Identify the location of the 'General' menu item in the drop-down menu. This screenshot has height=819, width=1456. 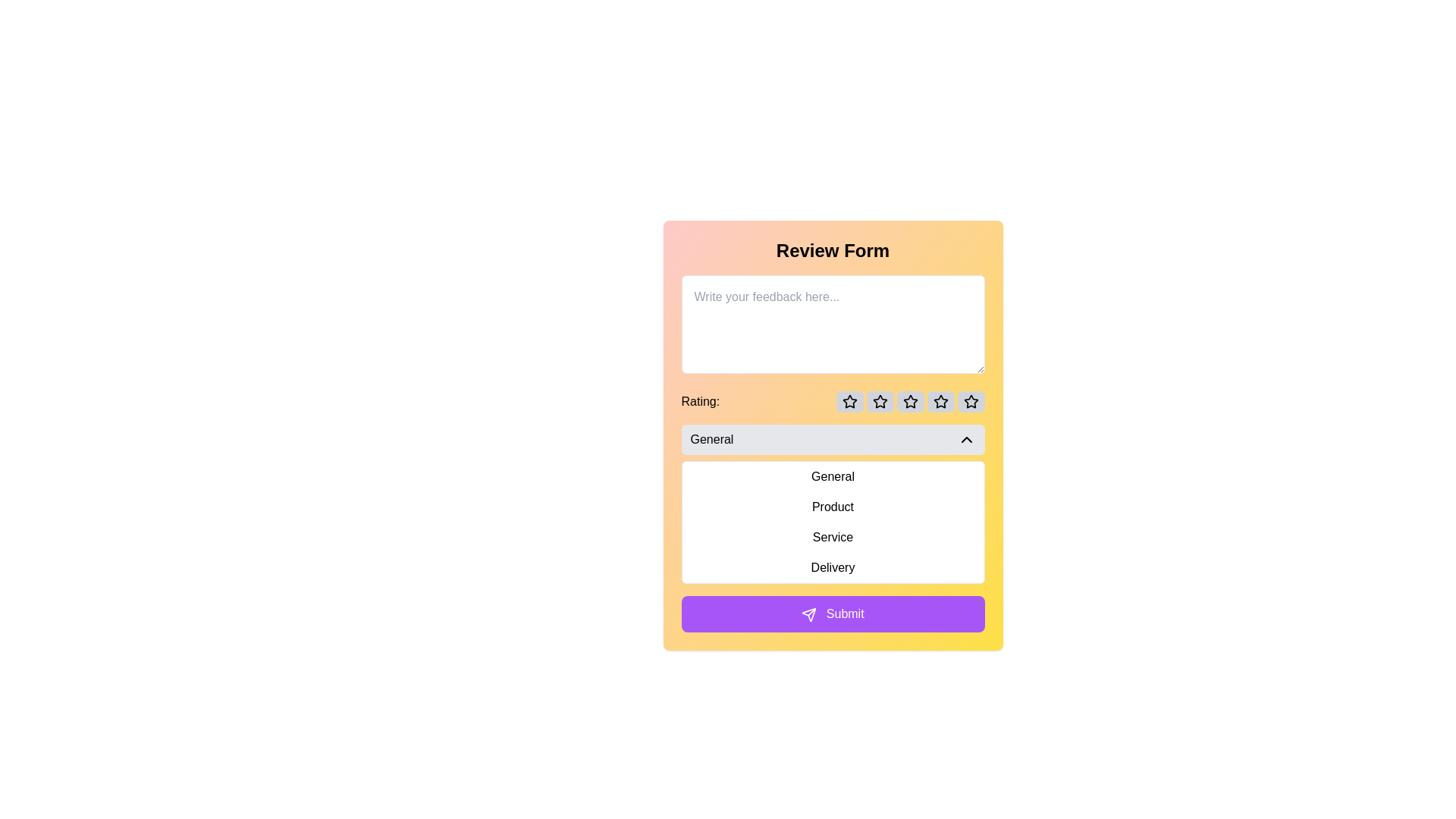
(832, 475).